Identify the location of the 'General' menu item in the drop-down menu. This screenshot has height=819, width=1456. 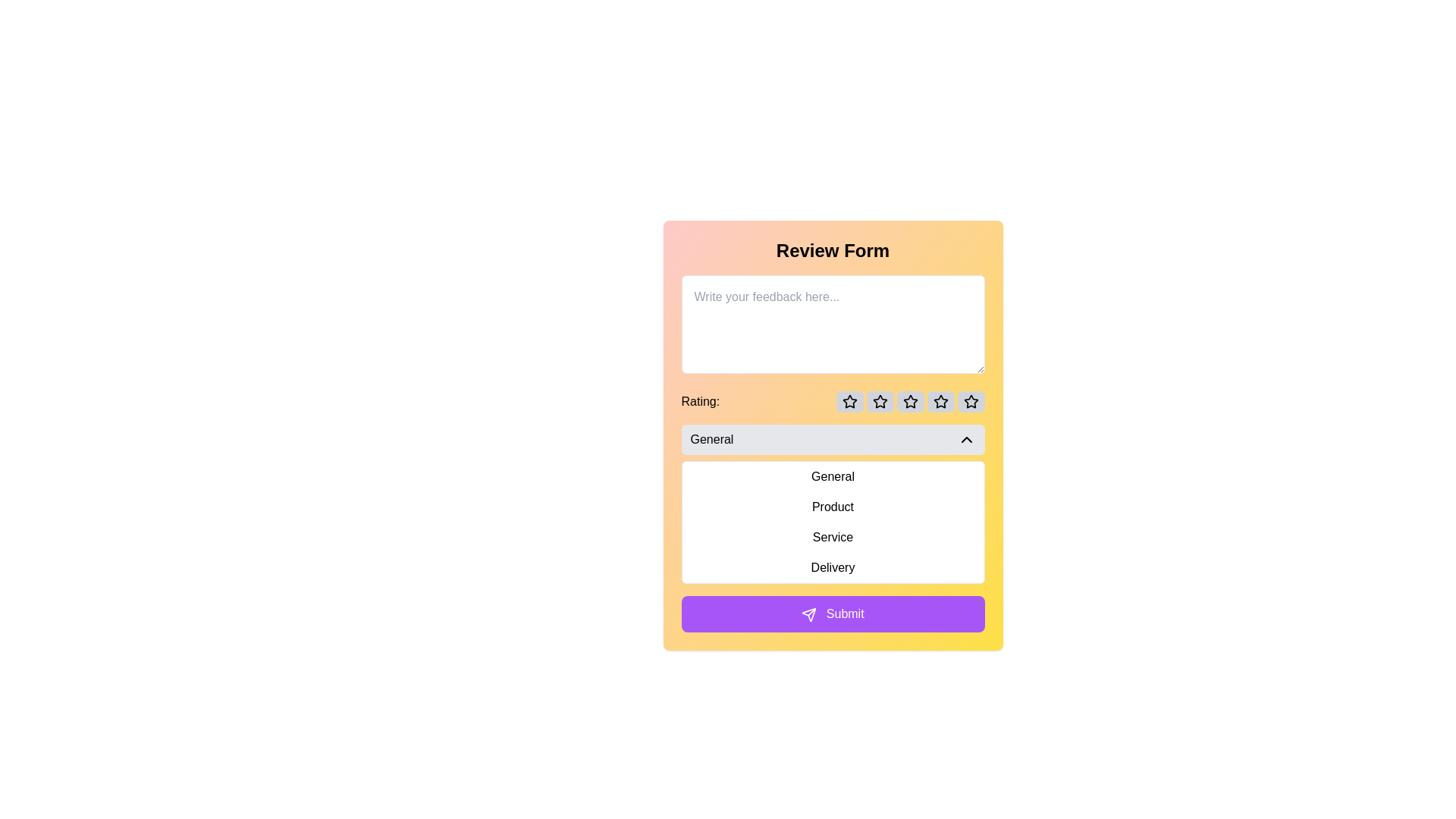
(832, 475).